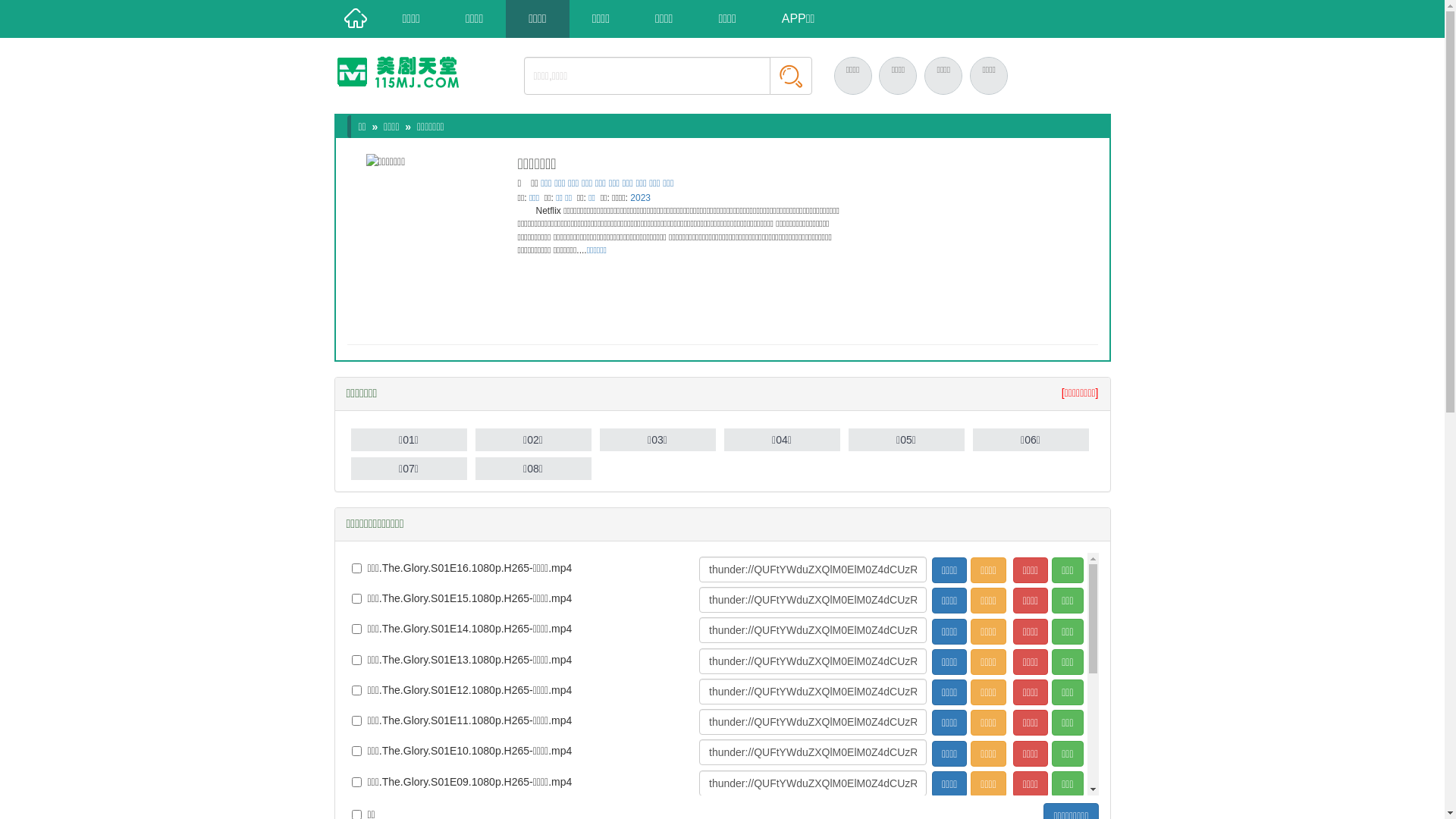  Describe the element at coordinates (629, 197) in the screenshot. I see `'2023'` at that location.